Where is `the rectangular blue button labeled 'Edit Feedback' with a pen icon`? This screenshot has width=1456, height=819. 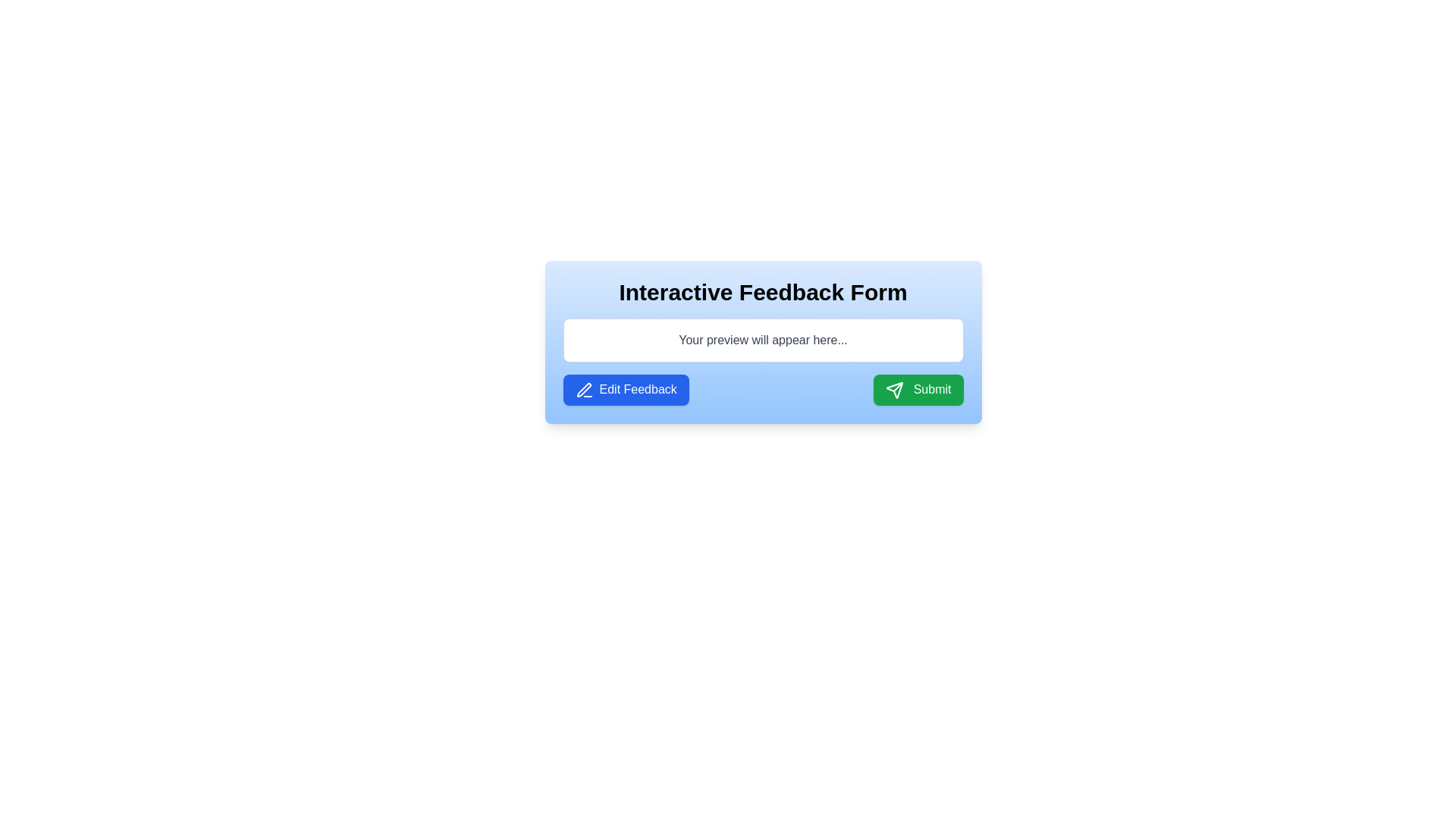
the rectangular blue button labeled 'Edit Feedback' with a pen icon is located at coordinates (626, 389).